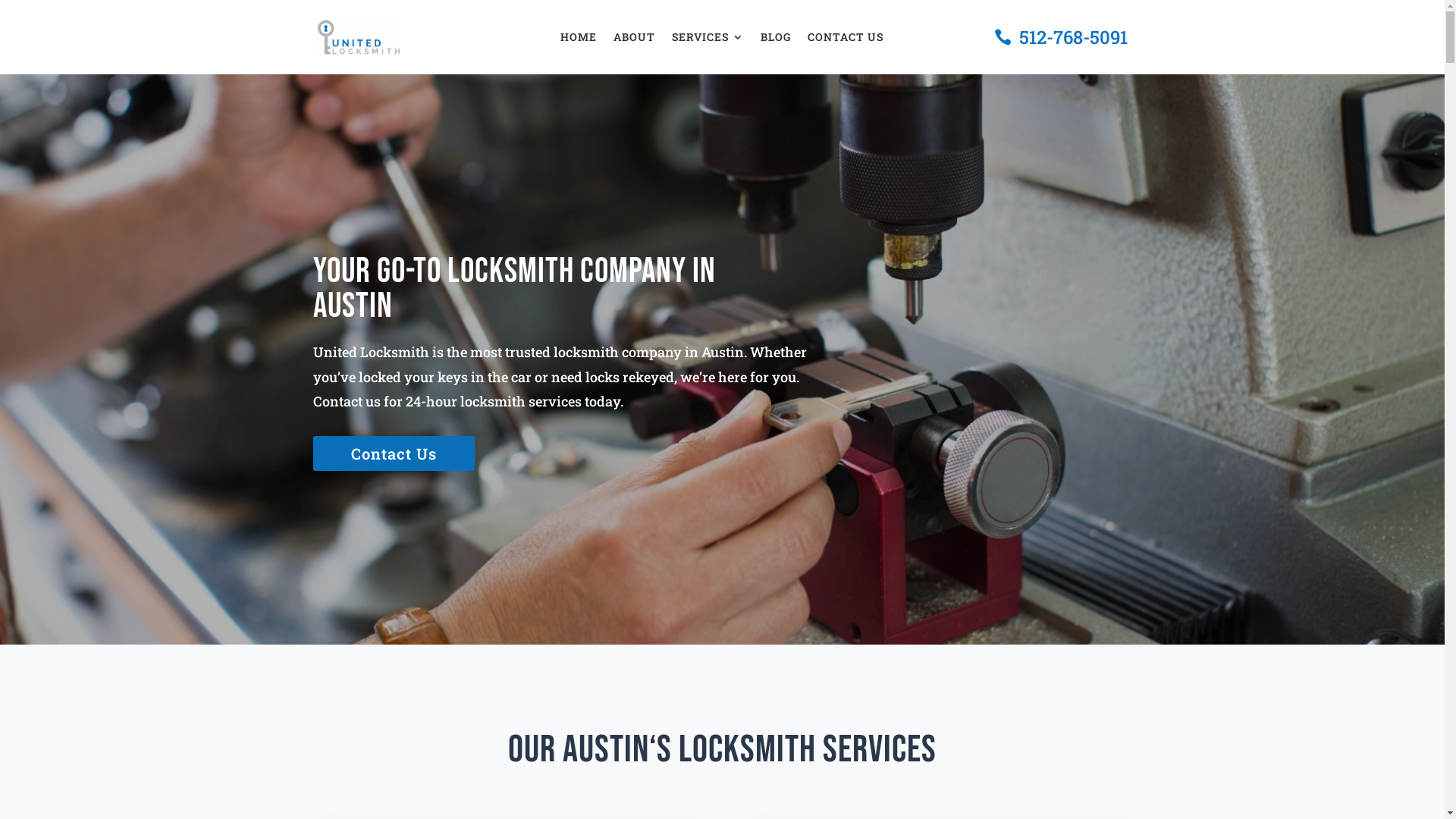  I want to click on 'BLOG', so click(761, 39).